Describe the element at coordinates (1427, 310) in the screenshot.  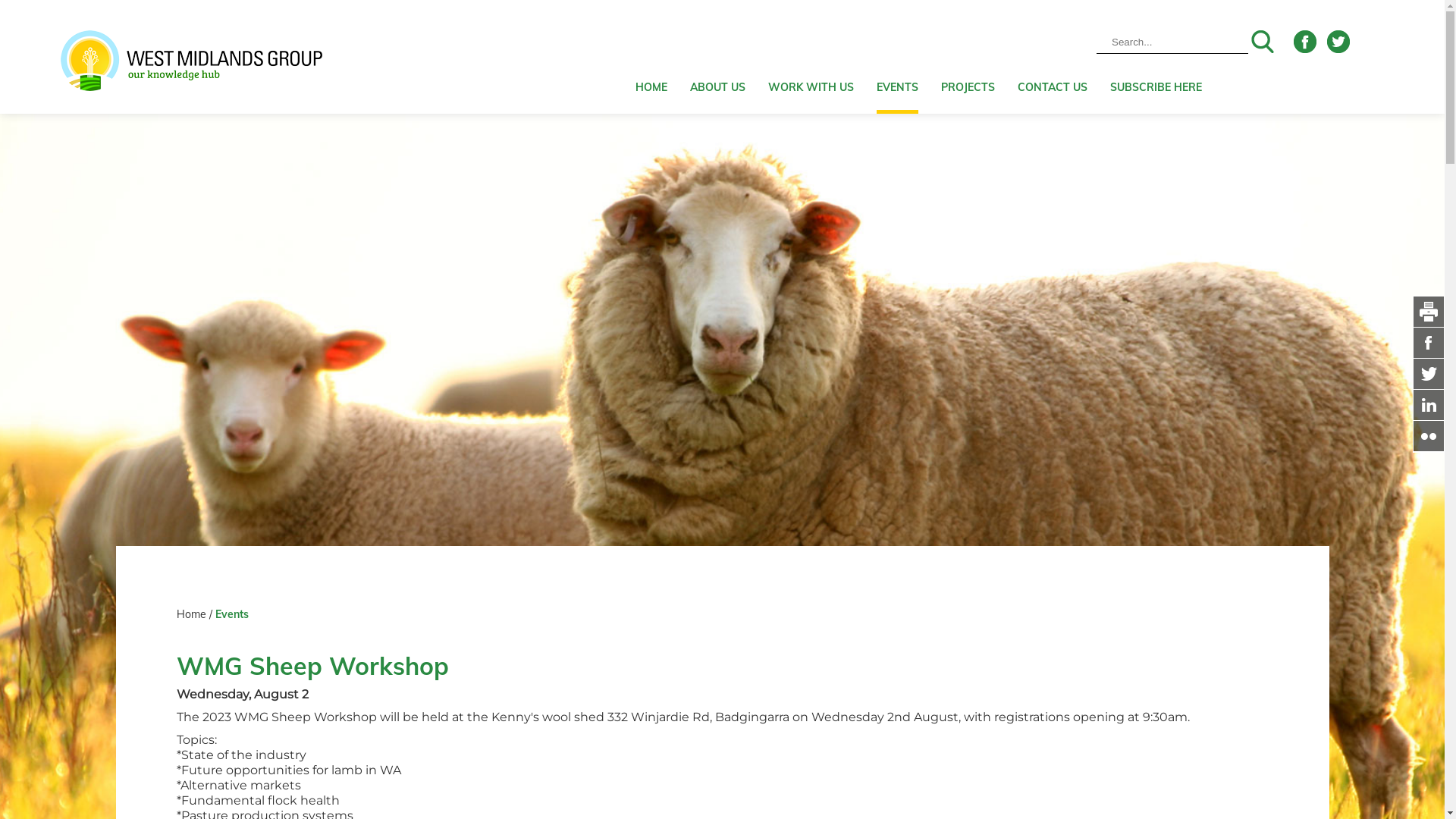
I see `' '` at that location.